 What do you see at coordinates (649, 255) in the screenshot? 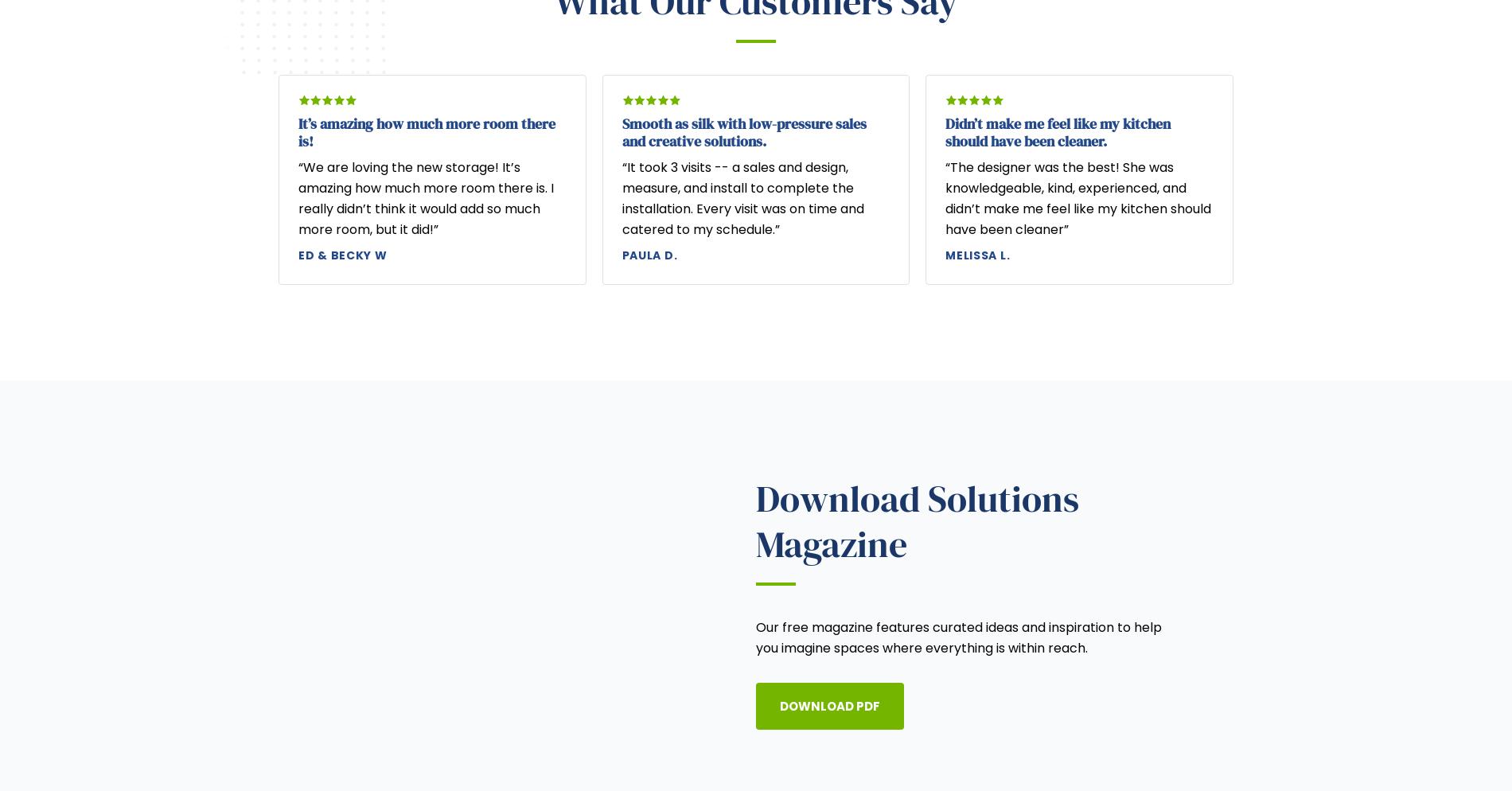
I see `'Paula D.'` at bounding box center [649, 255].